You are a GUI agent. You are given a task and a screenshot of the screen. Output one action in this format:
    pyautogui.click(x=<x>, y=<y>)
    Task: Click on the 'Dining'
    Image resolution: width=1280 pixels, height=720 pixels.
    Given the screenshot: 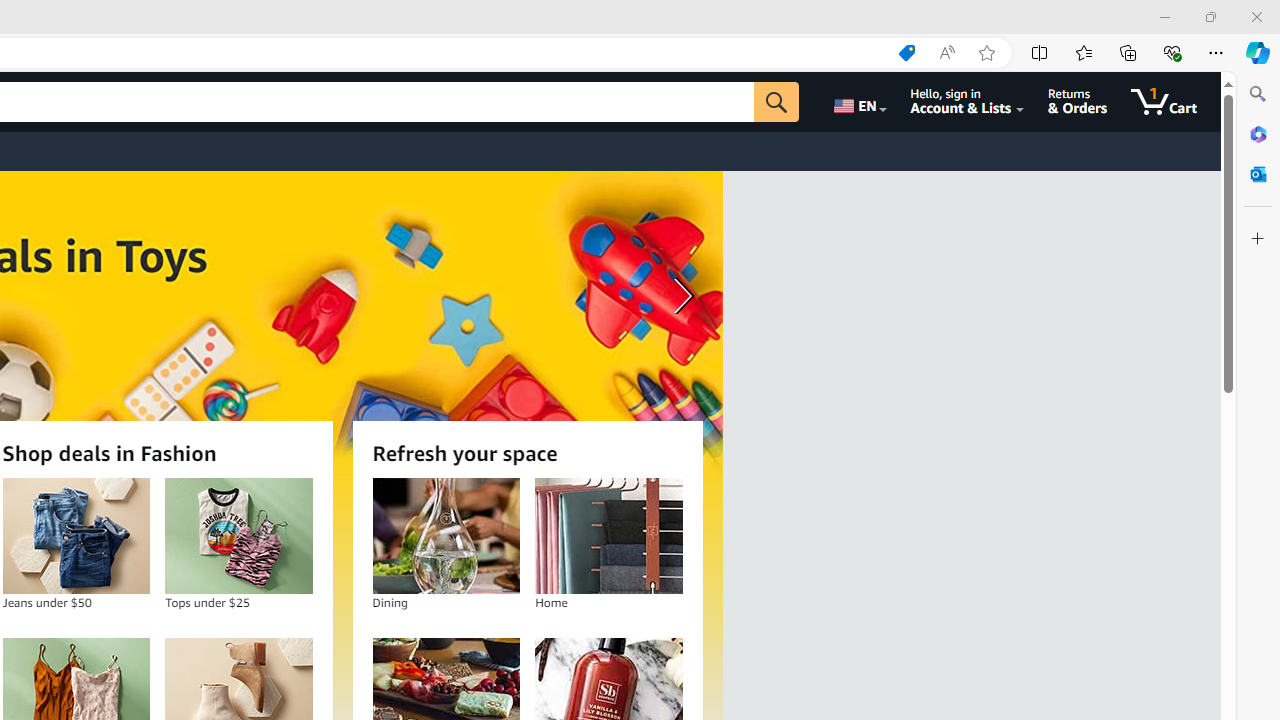 What is the action you would take?
    pyautogui.click(x=445, y=535)
    